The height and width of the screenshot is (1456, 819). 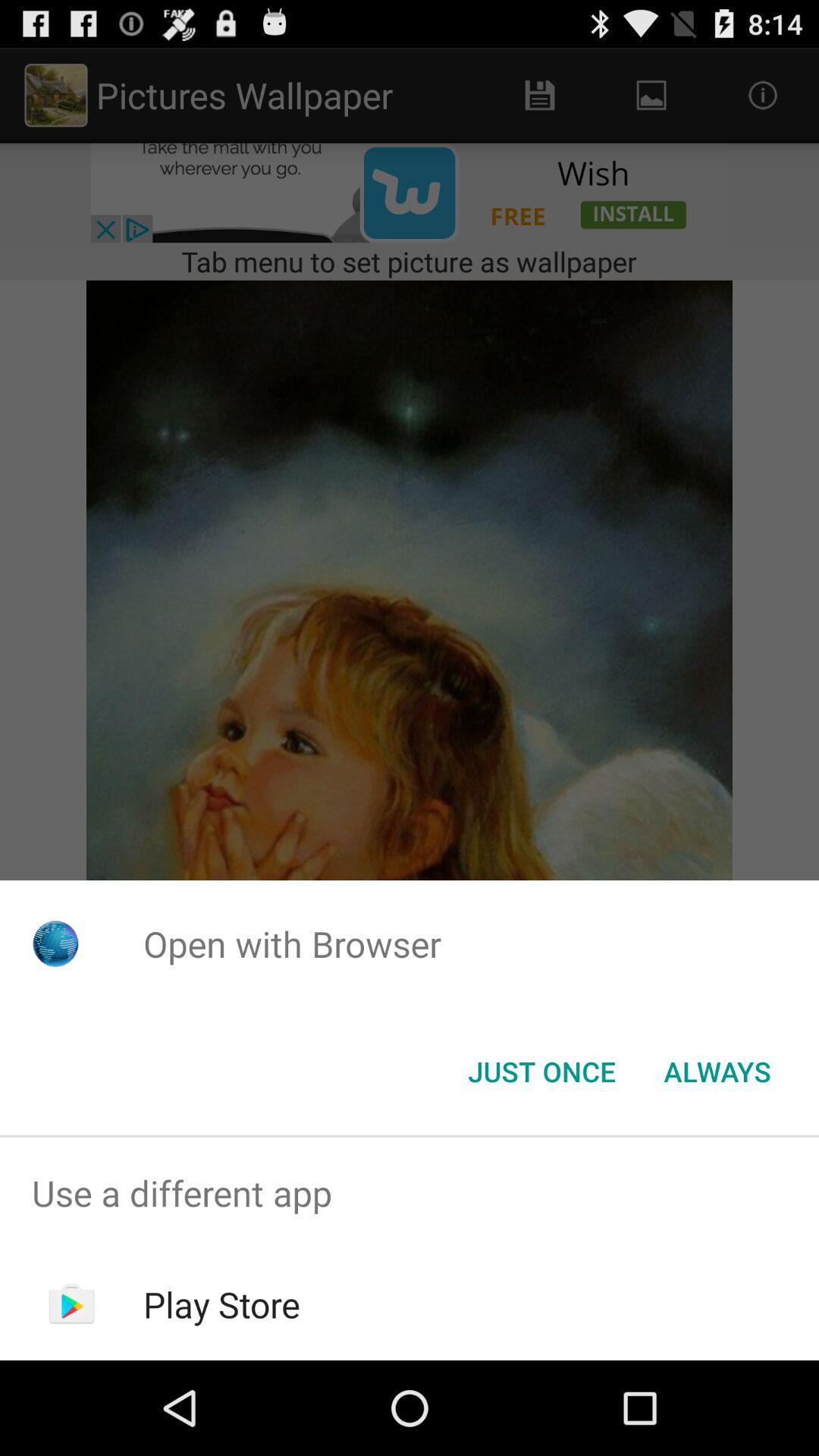 I want to click on button to the right of the just once button, so click(x=717, y=1070).